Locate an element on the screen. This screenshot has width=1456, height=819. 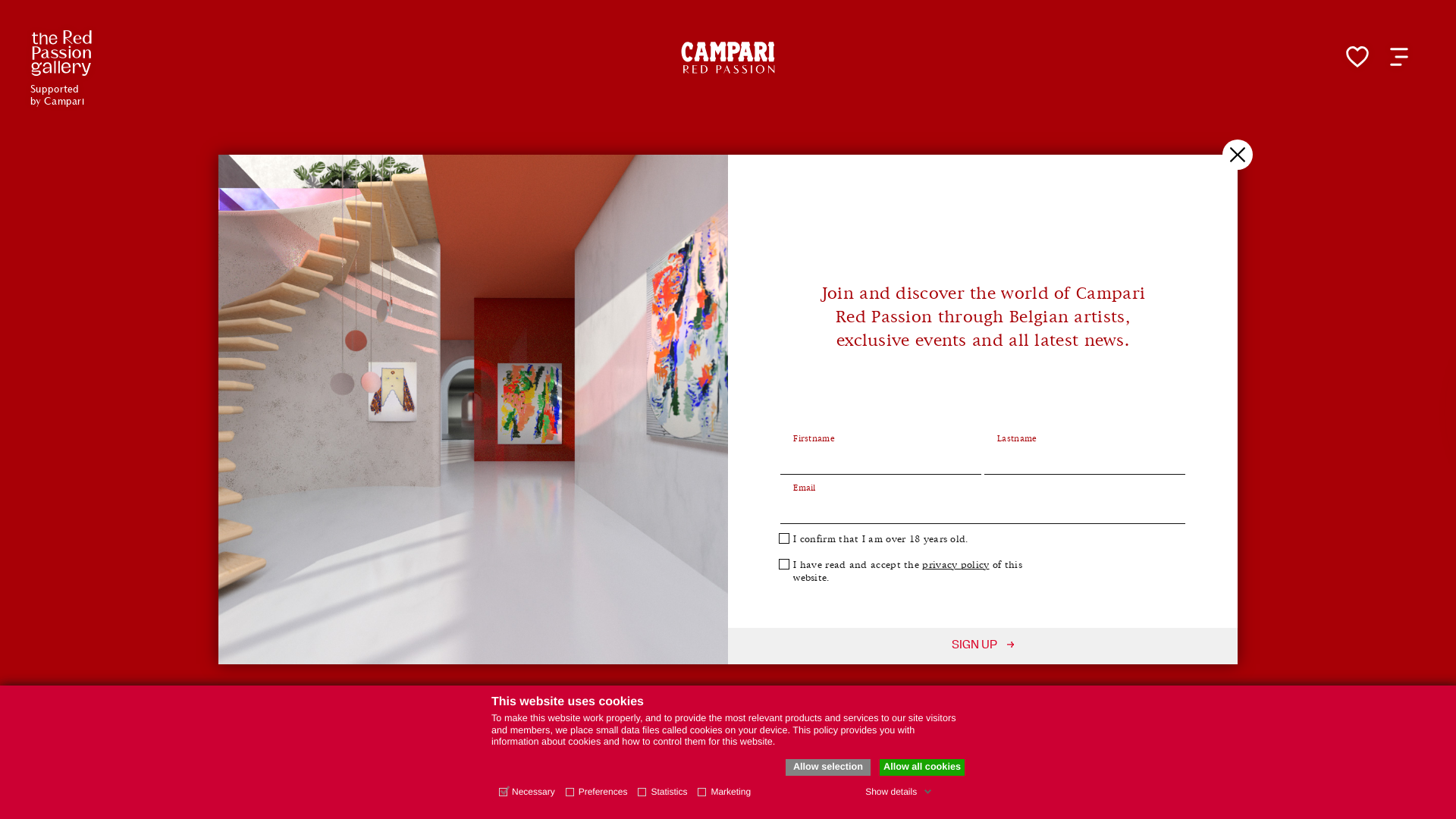
'Open menu' is located at coordinates (1398, 55).